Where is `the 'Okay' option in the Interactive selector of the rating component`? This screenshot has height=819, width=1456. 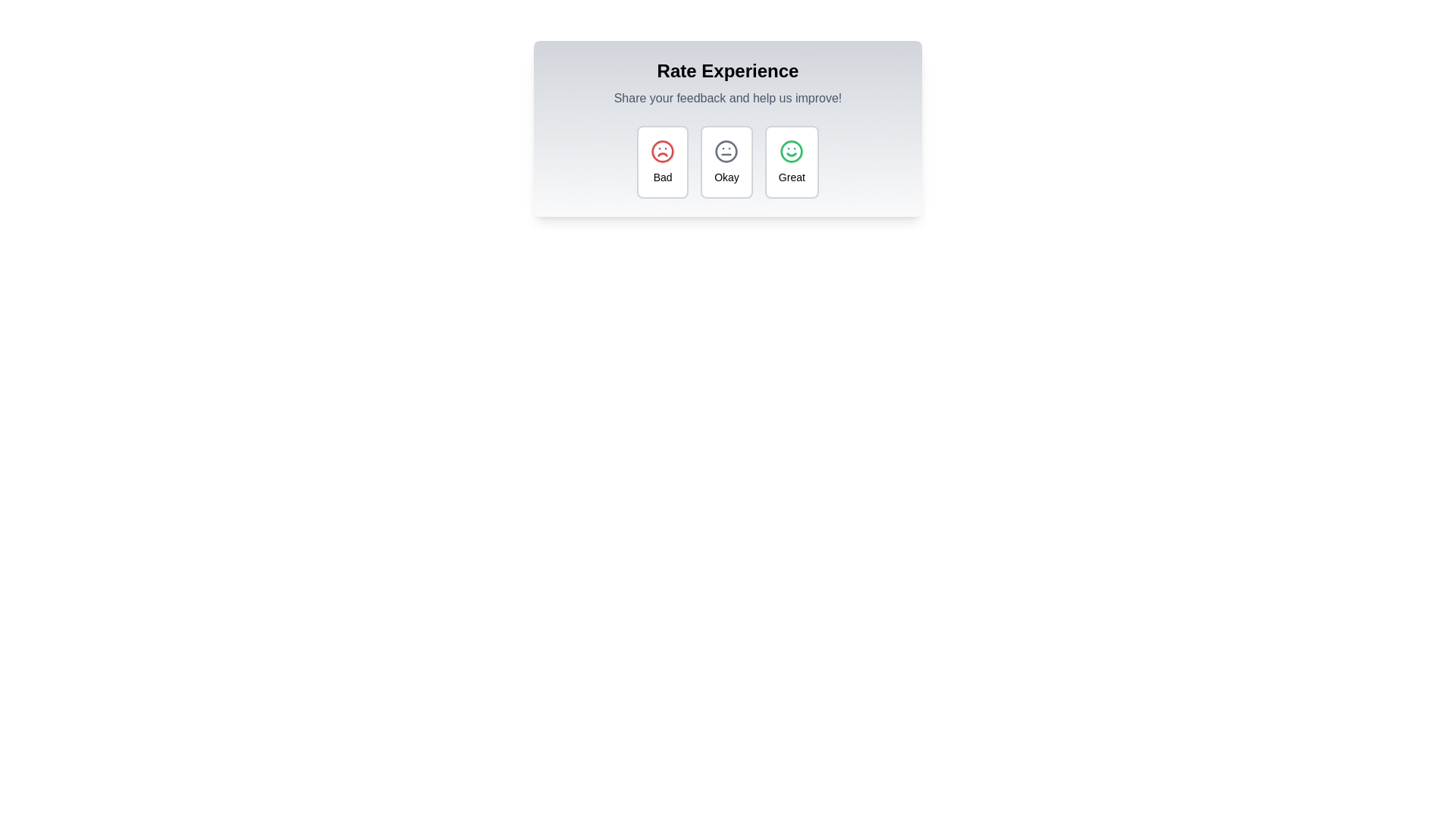 the 'Okay' option in the Interactive selector of the rating component is located at coordinates (728, 162).